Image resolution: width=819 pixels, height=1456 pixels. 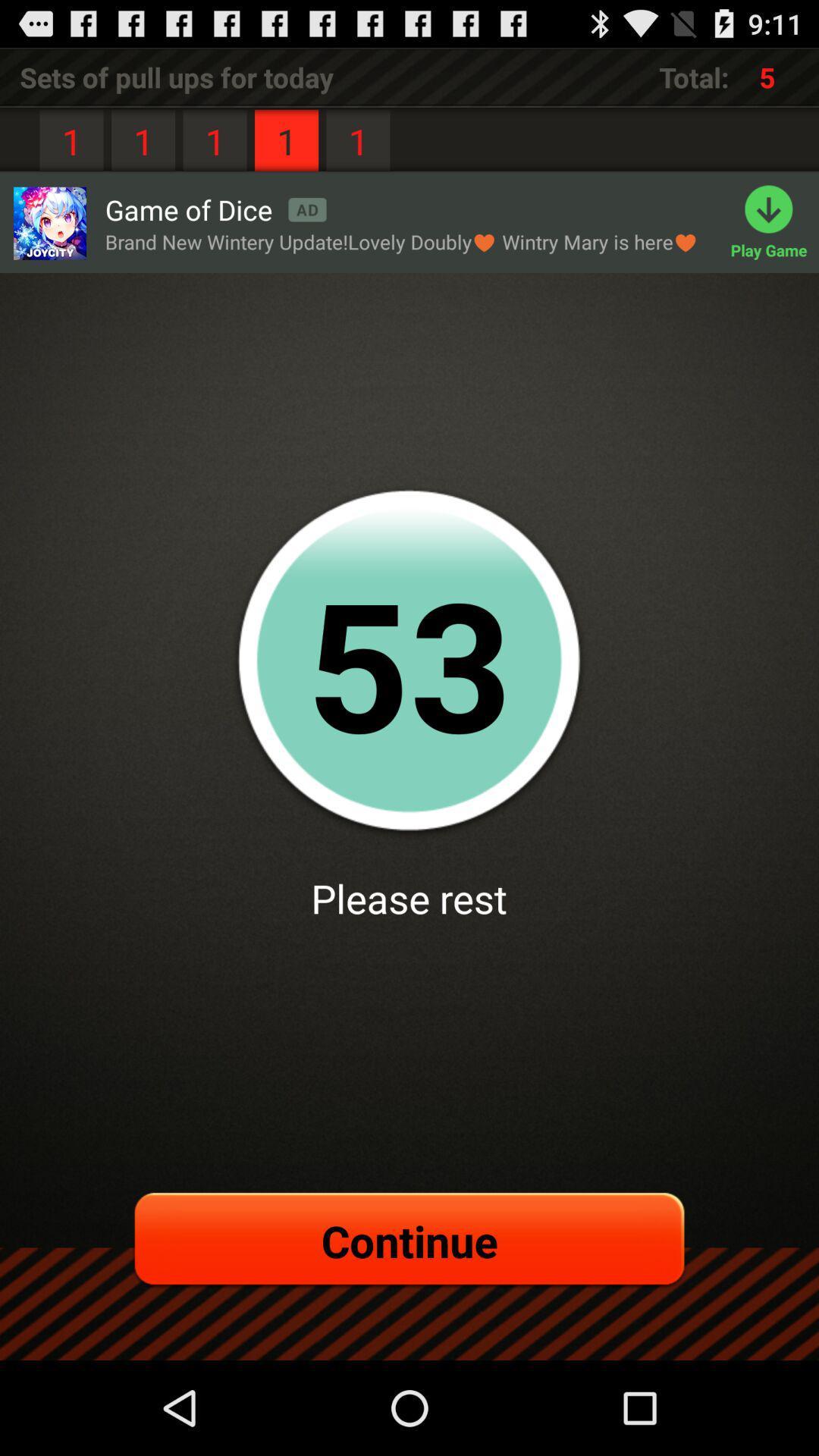 What do you see at coordinates (49, 222) in the screenshot?
I see `main picture of an advertisement` at bounding box center [49, 222].